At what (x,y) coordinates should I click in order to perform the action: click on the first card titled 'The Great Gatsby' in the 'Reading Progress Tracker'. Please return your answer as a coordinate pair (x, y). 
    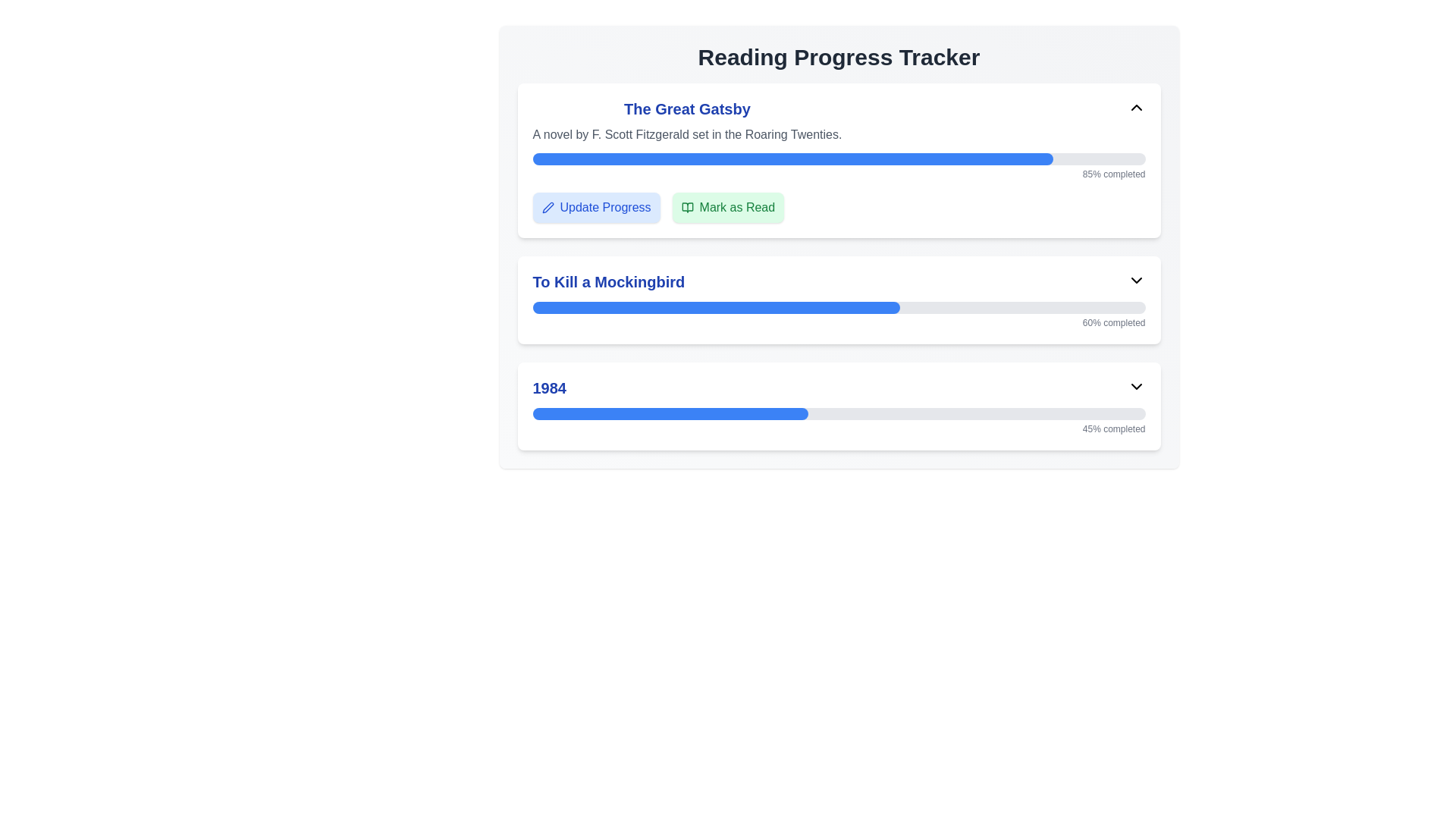
    Looking at the image, I should click on (838, 161).